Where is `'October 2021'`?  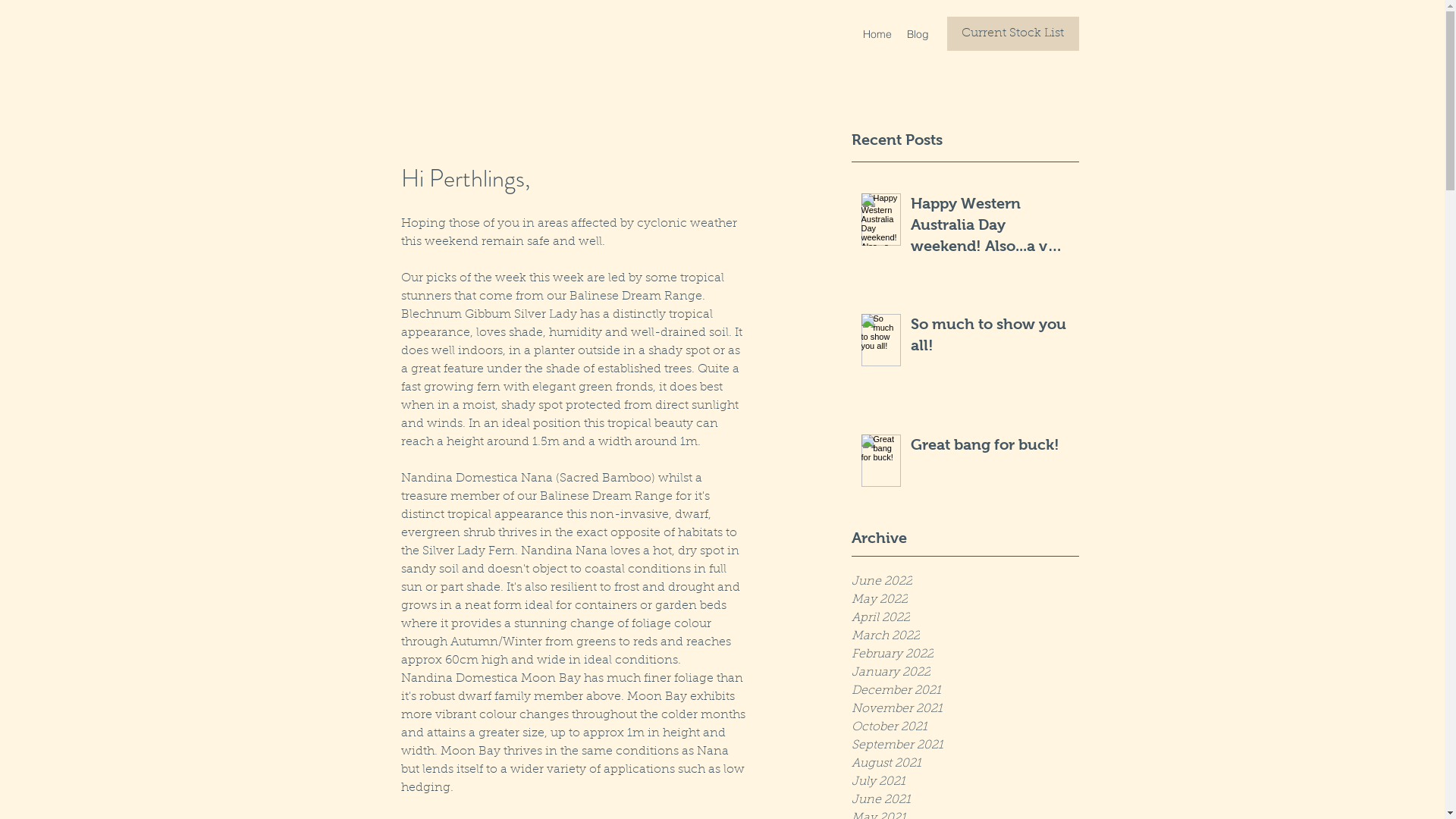
'October 2021' is located at coordinates (964, 726).